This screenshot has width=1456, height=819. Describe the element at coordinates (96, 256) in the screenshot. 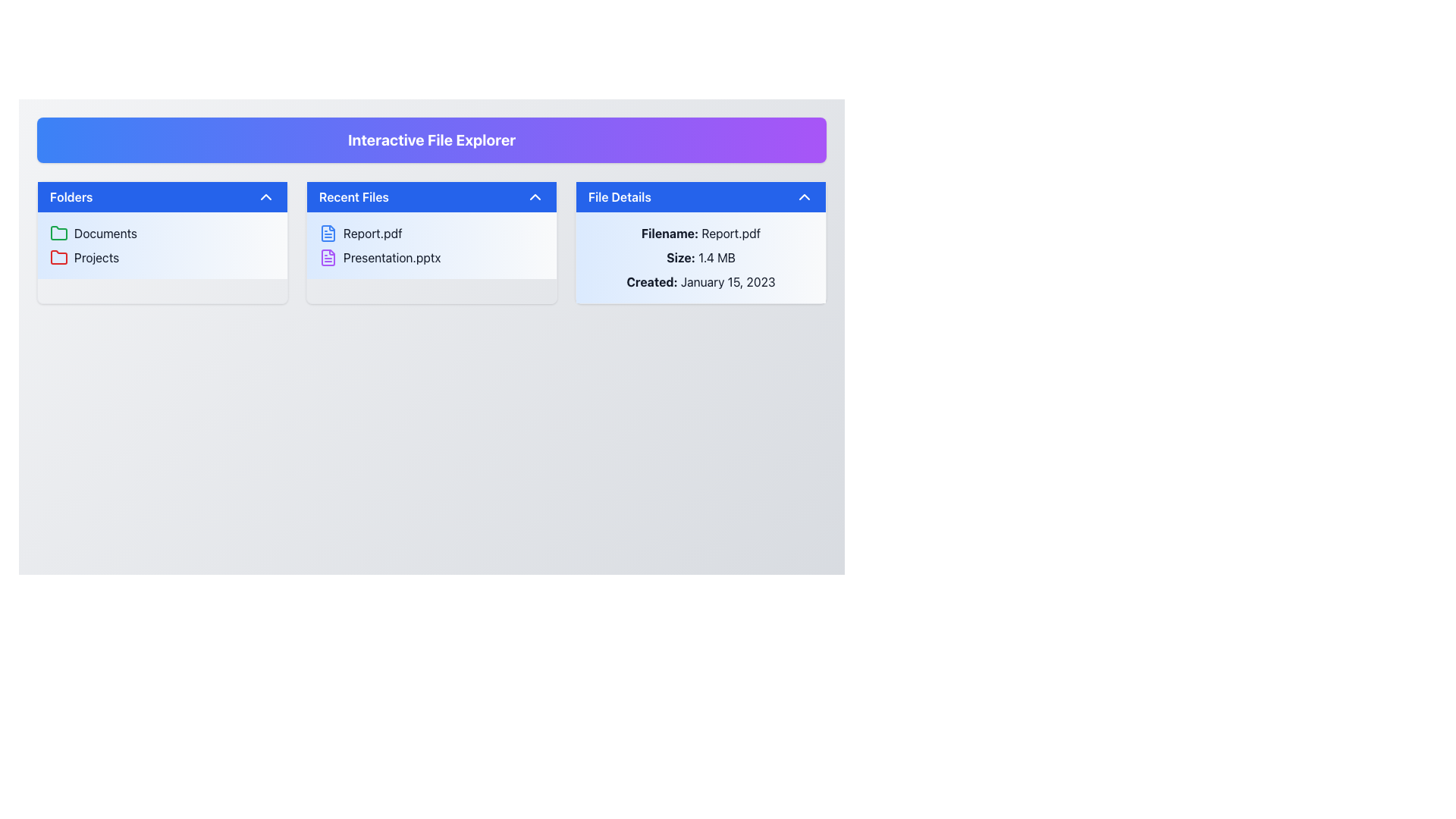

I see `the 'Projects' label` at that location.